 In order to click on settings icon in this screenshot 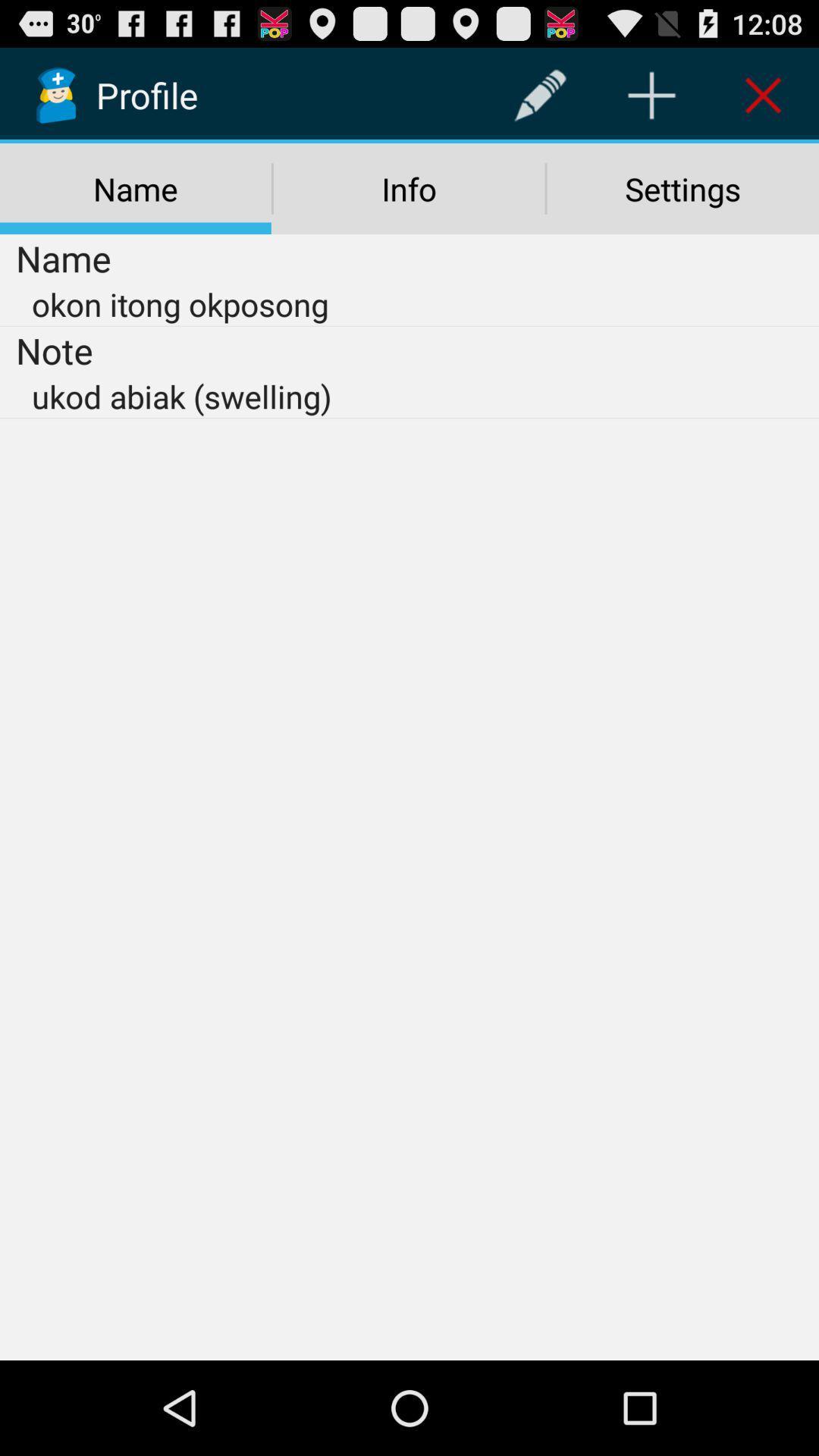, I will do `click(682, 188)`.